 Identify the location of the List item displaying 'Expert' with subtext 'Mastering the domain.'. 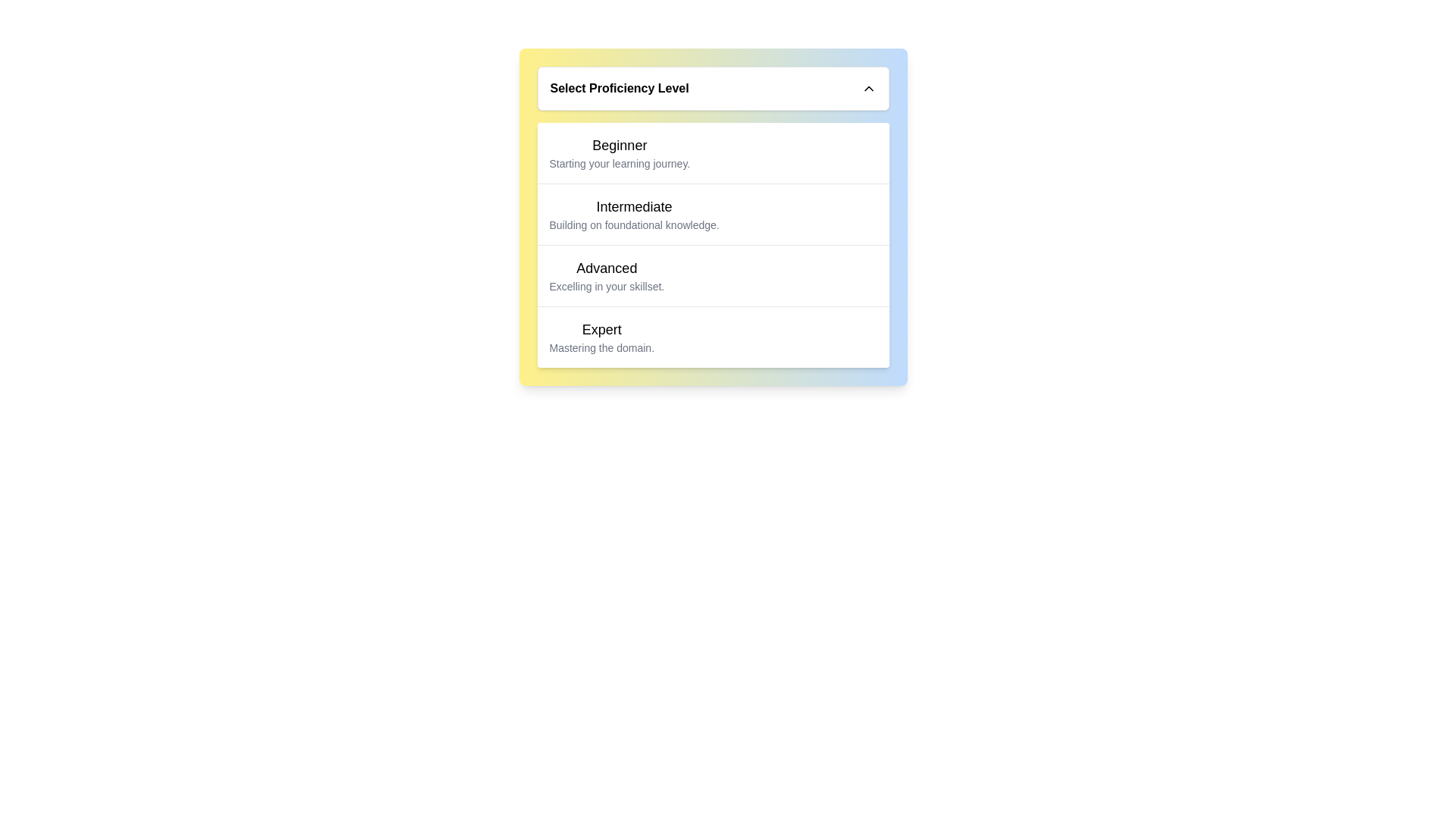
(601, 336).